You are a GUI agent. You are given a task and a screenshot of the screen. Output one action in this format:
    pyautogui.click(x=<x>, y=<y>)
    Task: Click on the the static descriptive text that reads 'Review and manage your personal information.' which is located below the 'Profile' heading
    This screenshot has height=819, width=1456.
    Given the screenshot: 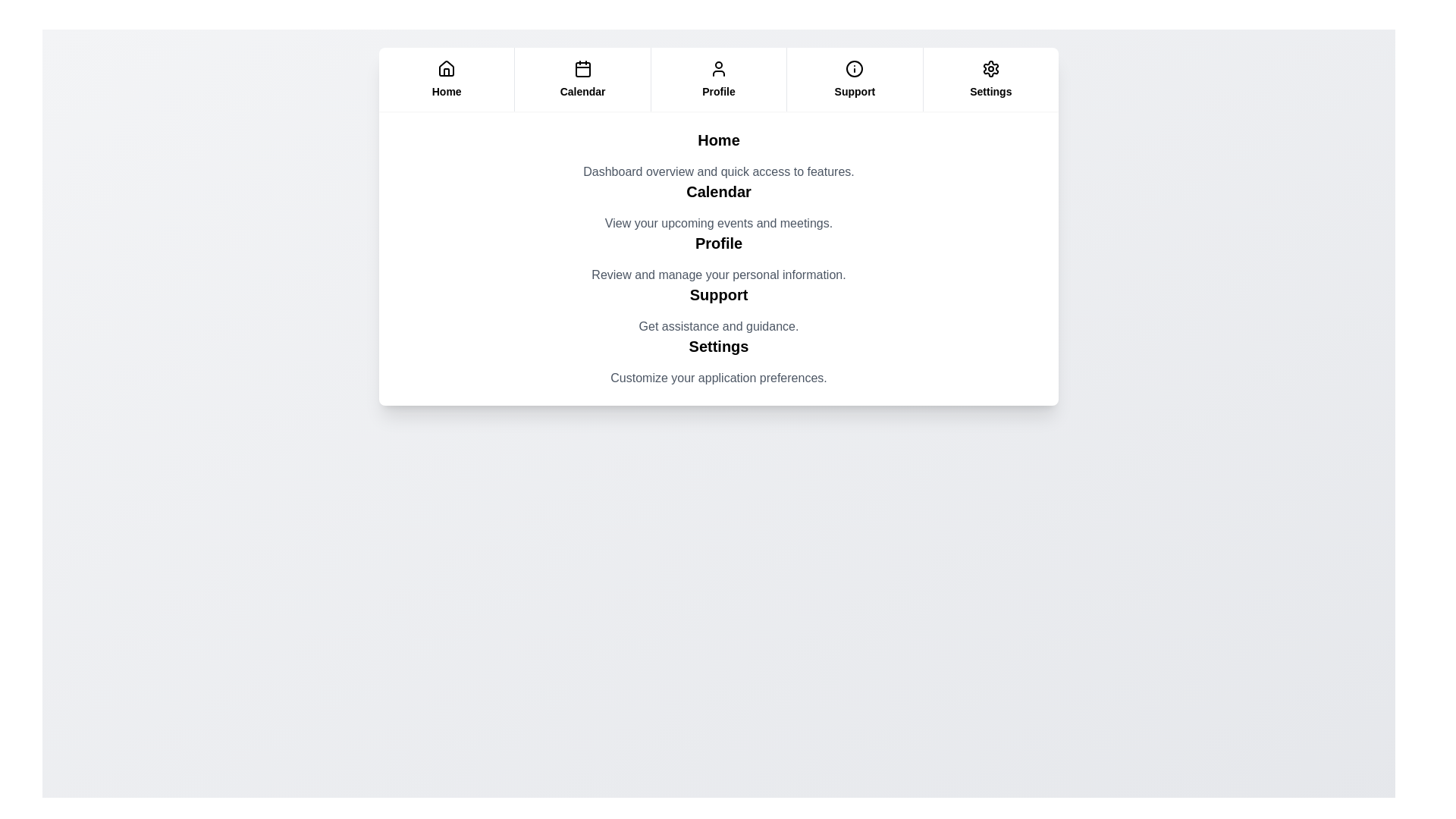 What is the action you would take?
    pyautogui.click(x=718, y=275)
    